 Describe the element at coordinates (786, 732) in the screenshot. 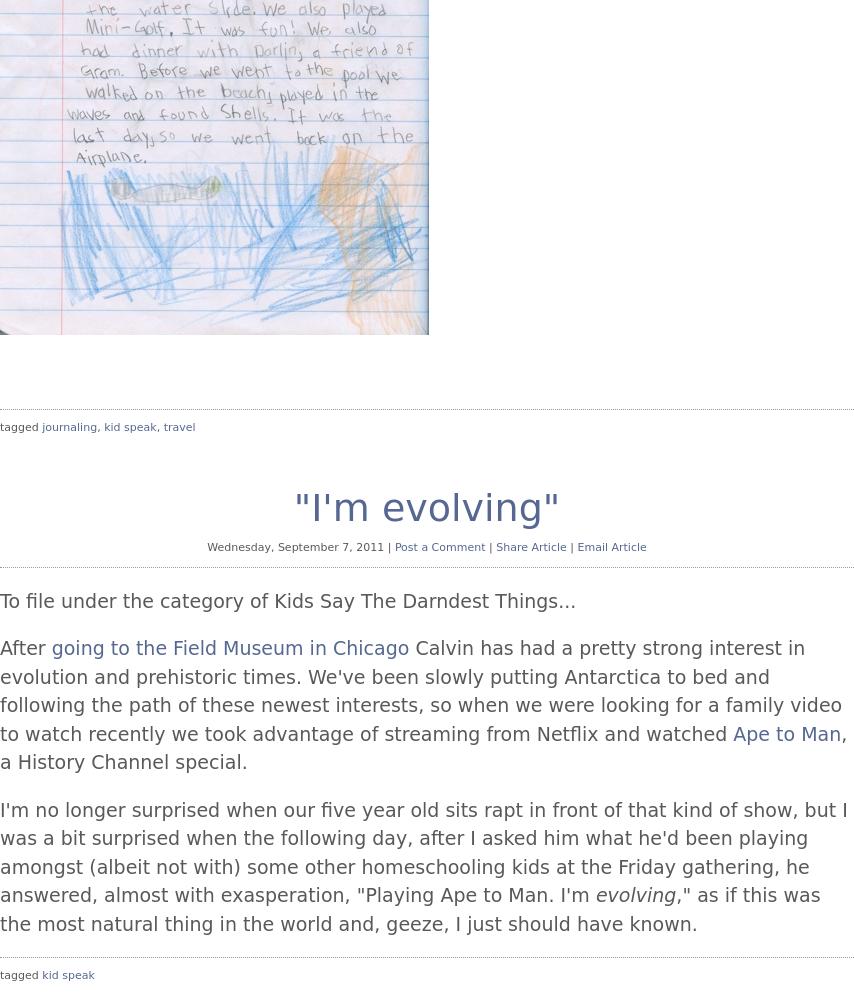

I see `'Ape to Man'` at that location.